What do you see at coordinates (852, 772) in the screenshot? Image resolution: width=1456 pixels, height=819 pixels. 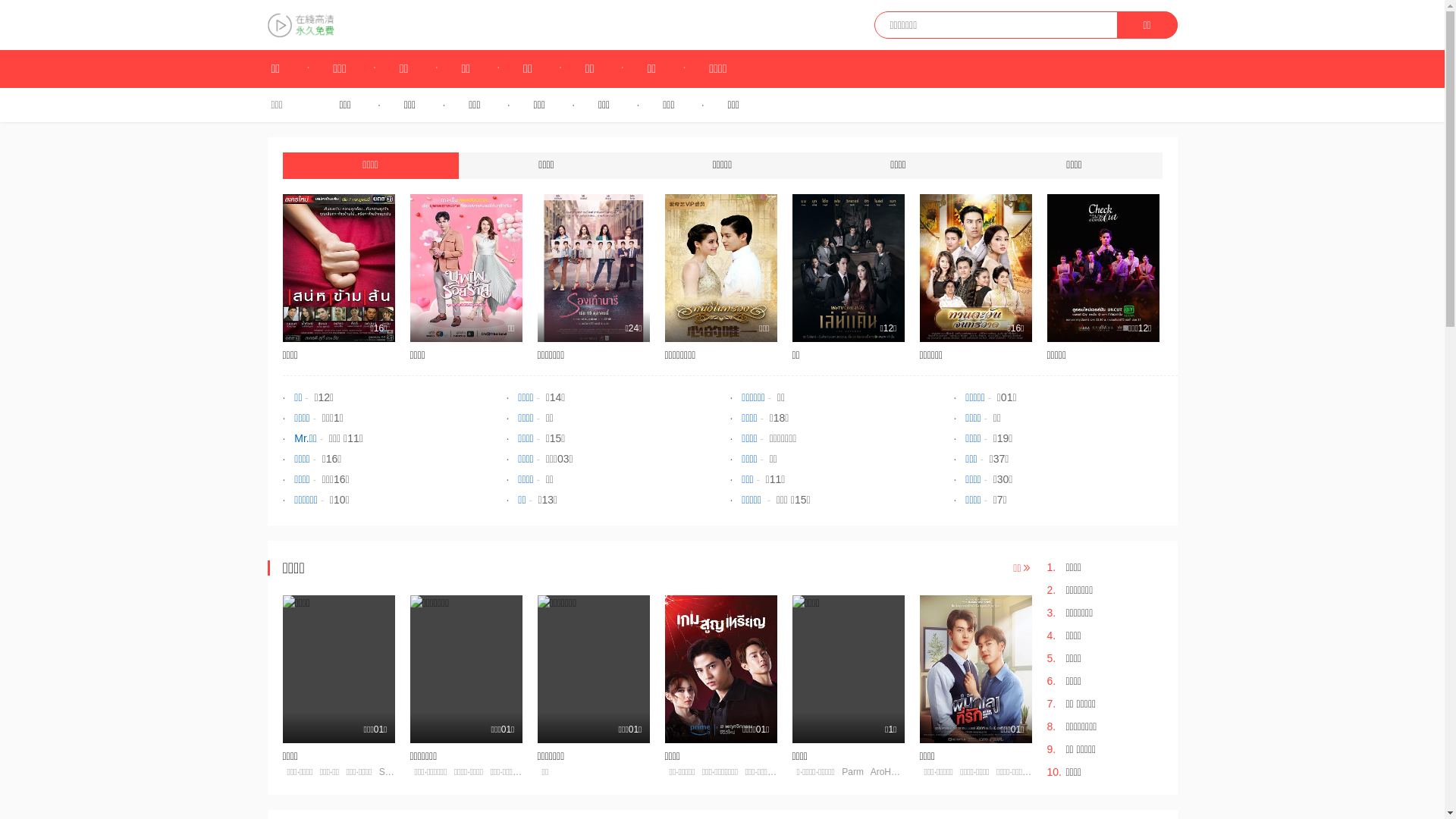 I see `'Parm'` at bounding box center [852, 772].